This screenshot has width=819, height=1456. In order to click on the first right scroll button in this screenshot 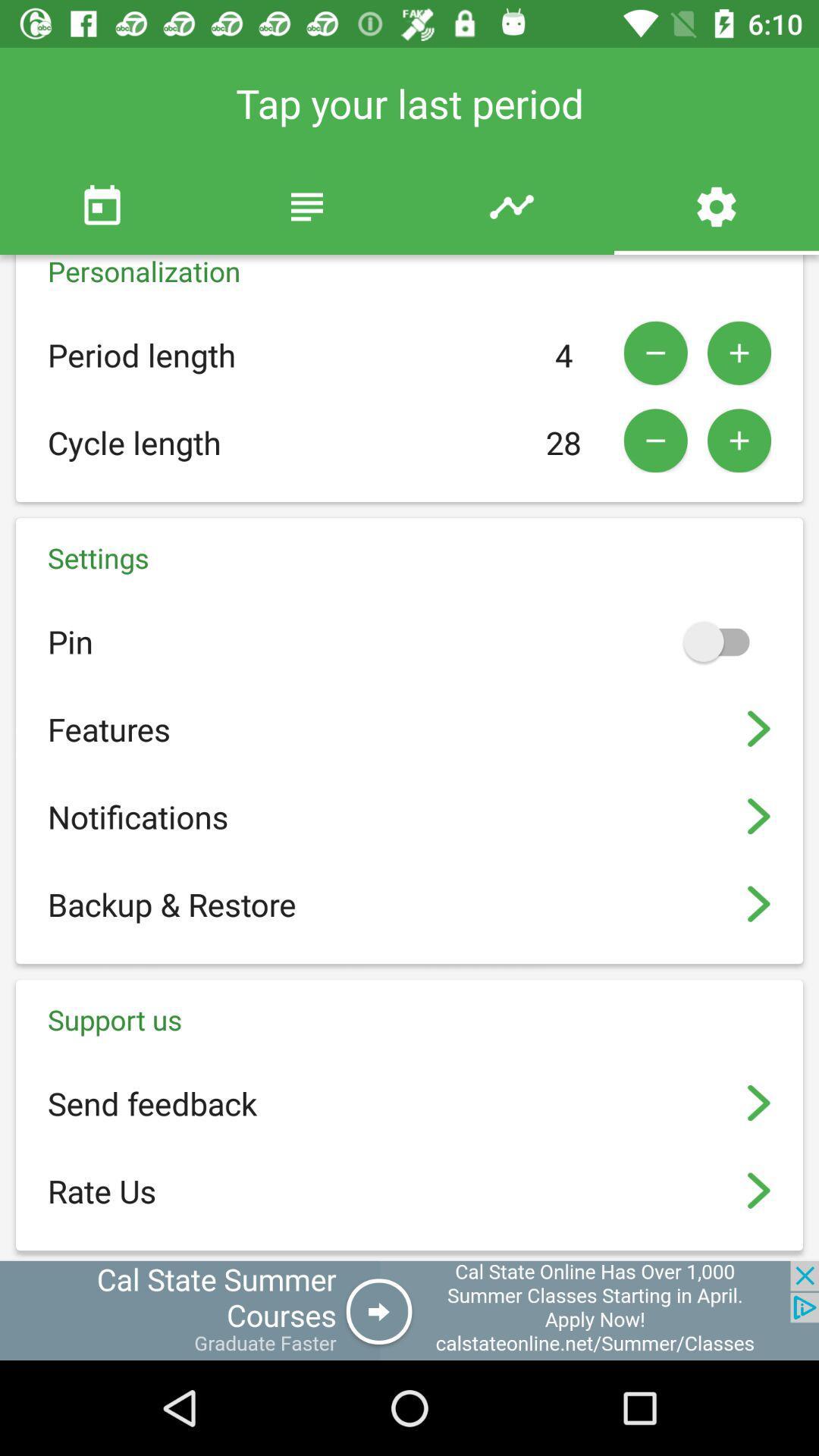, I will do `click(759, 729)`.